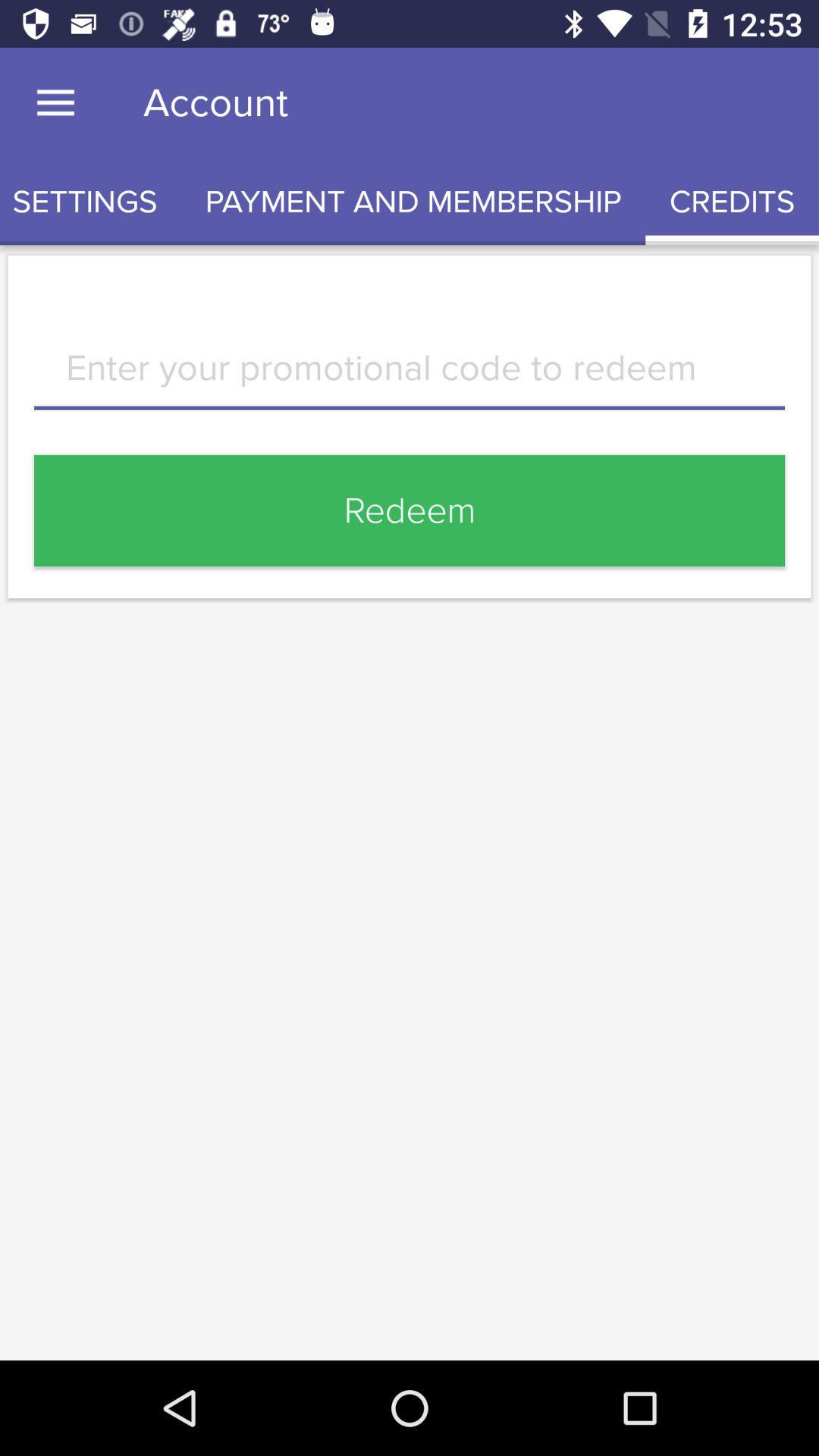 The height and width of the screenshot is (1456, 819). I want to click on the icon to the left of account, so click(55, 102).